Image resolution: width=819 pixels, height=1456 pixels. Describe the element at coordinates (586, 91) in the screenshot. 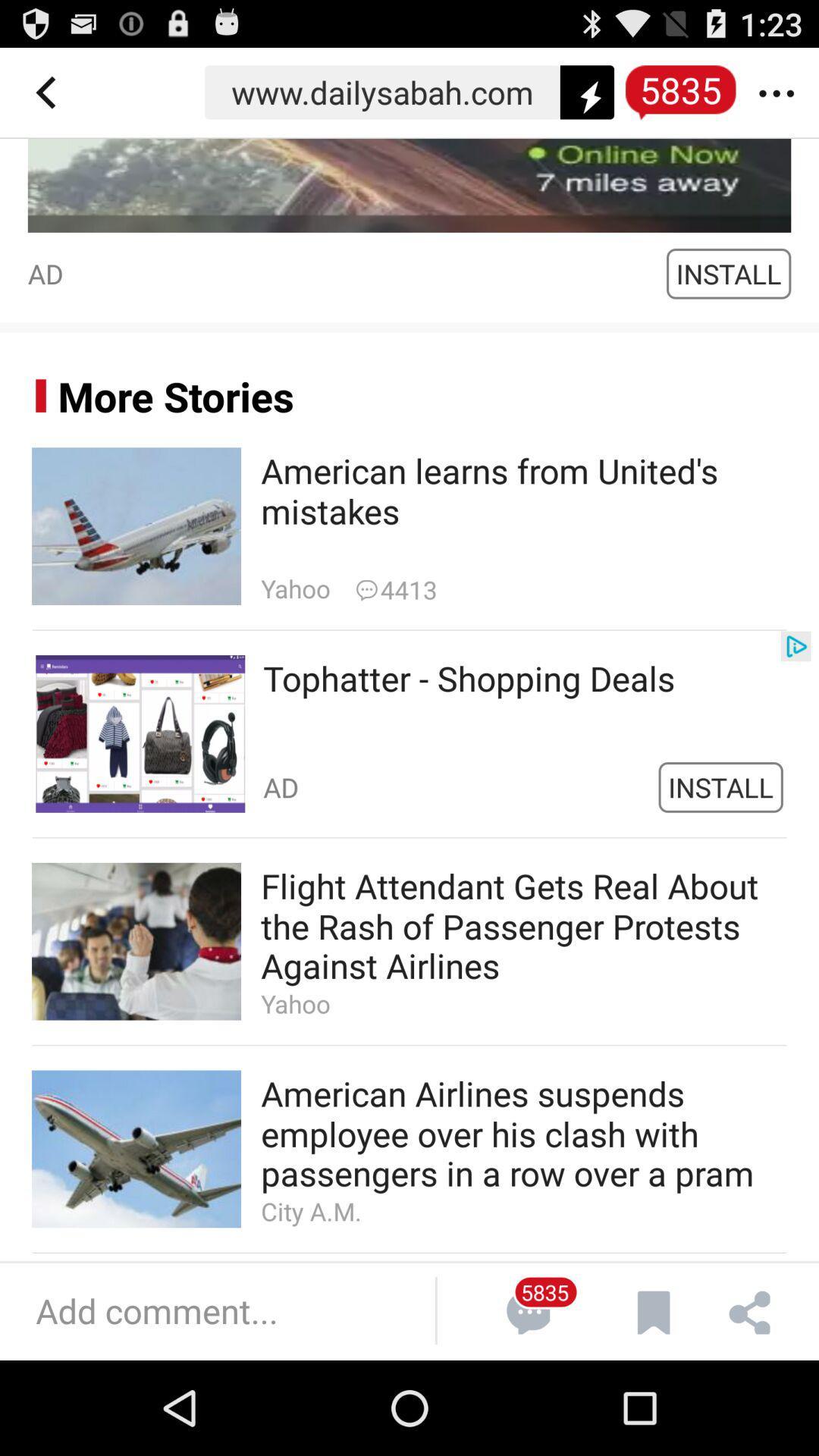

I see `the black colored icon with flash symbol at top right of the page` at that location.